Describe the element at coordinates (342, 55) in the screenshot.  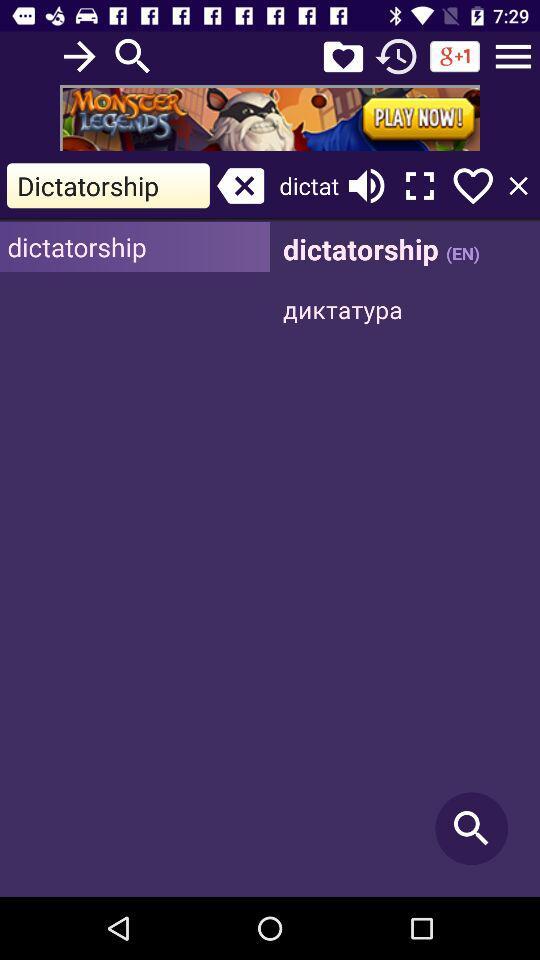
I see `the favorite icon` at that location.